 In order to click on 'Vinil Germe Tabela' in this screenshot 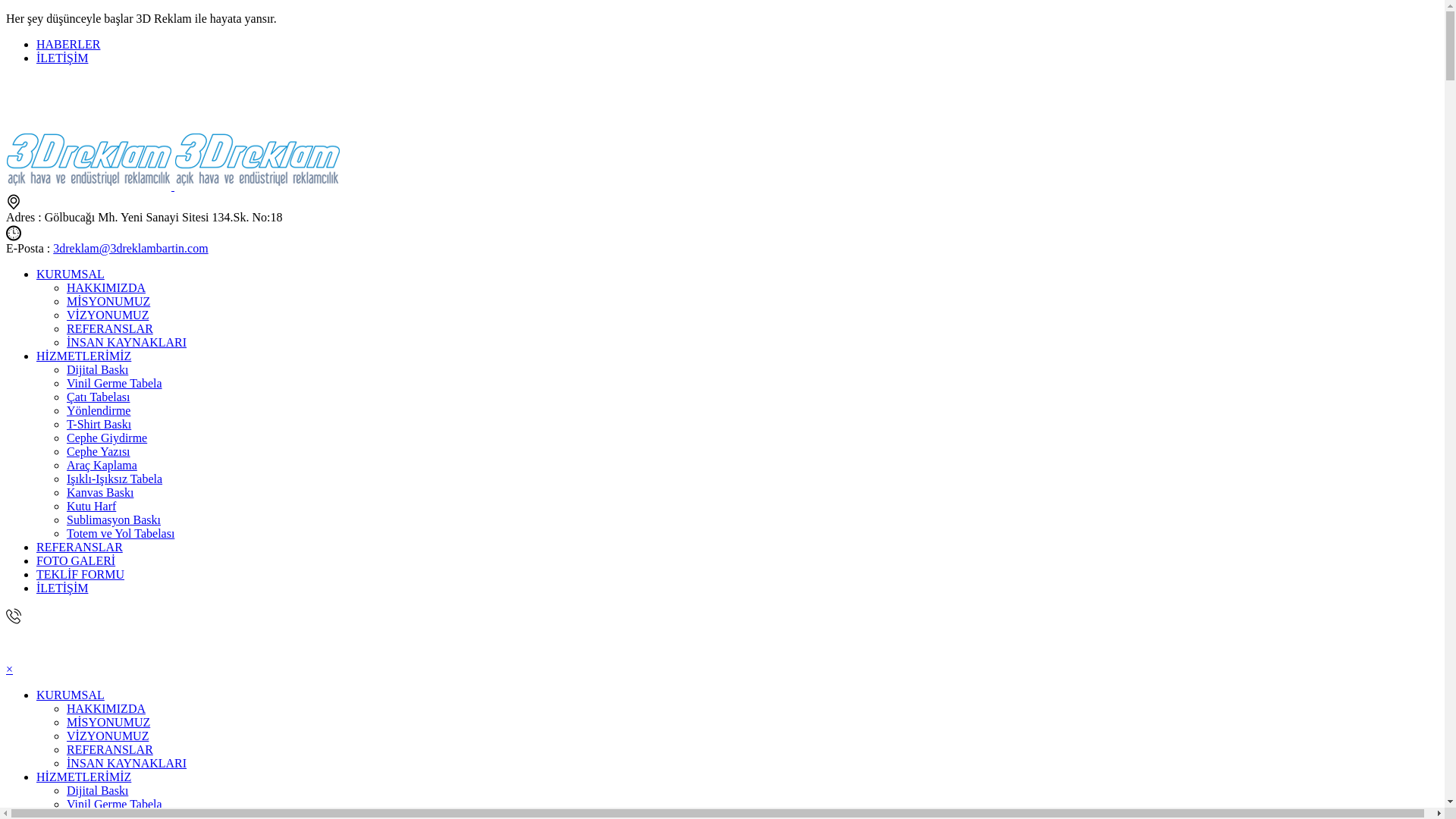, I will do `click(113, 803)`.